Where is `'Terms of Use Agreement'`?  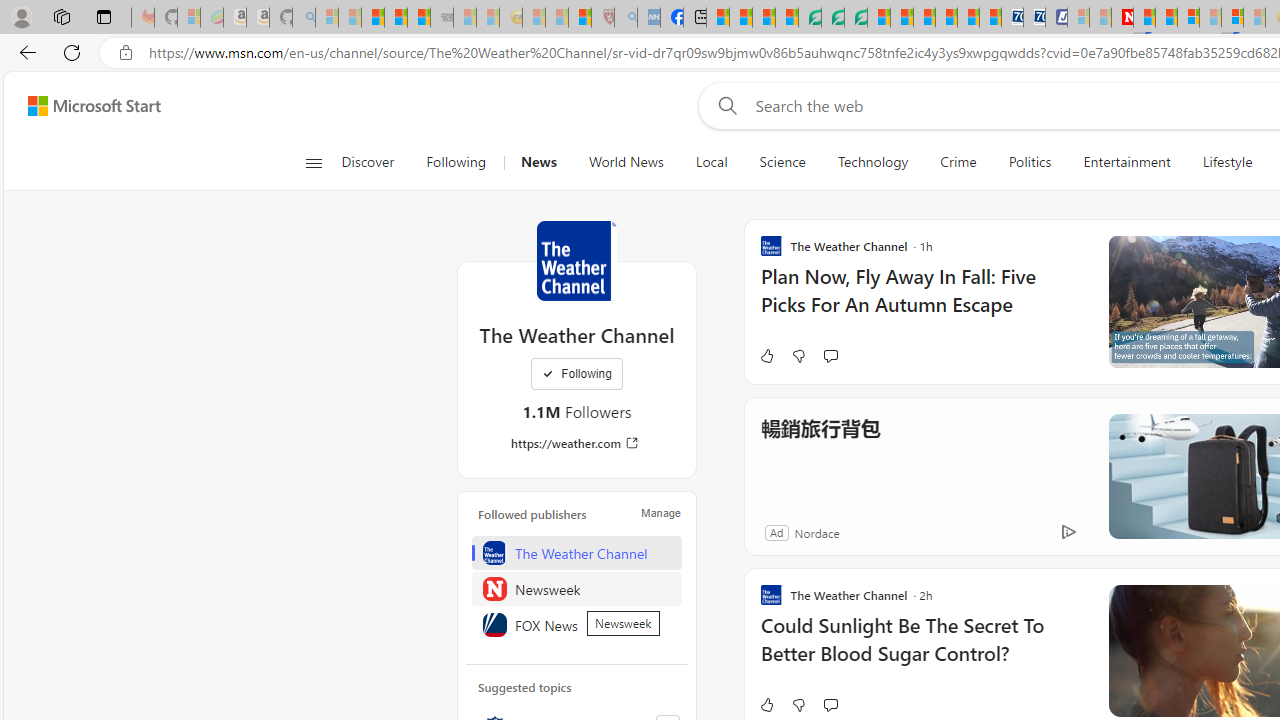 'Terms of Use Agreement' is located at coordinates (832, 17).